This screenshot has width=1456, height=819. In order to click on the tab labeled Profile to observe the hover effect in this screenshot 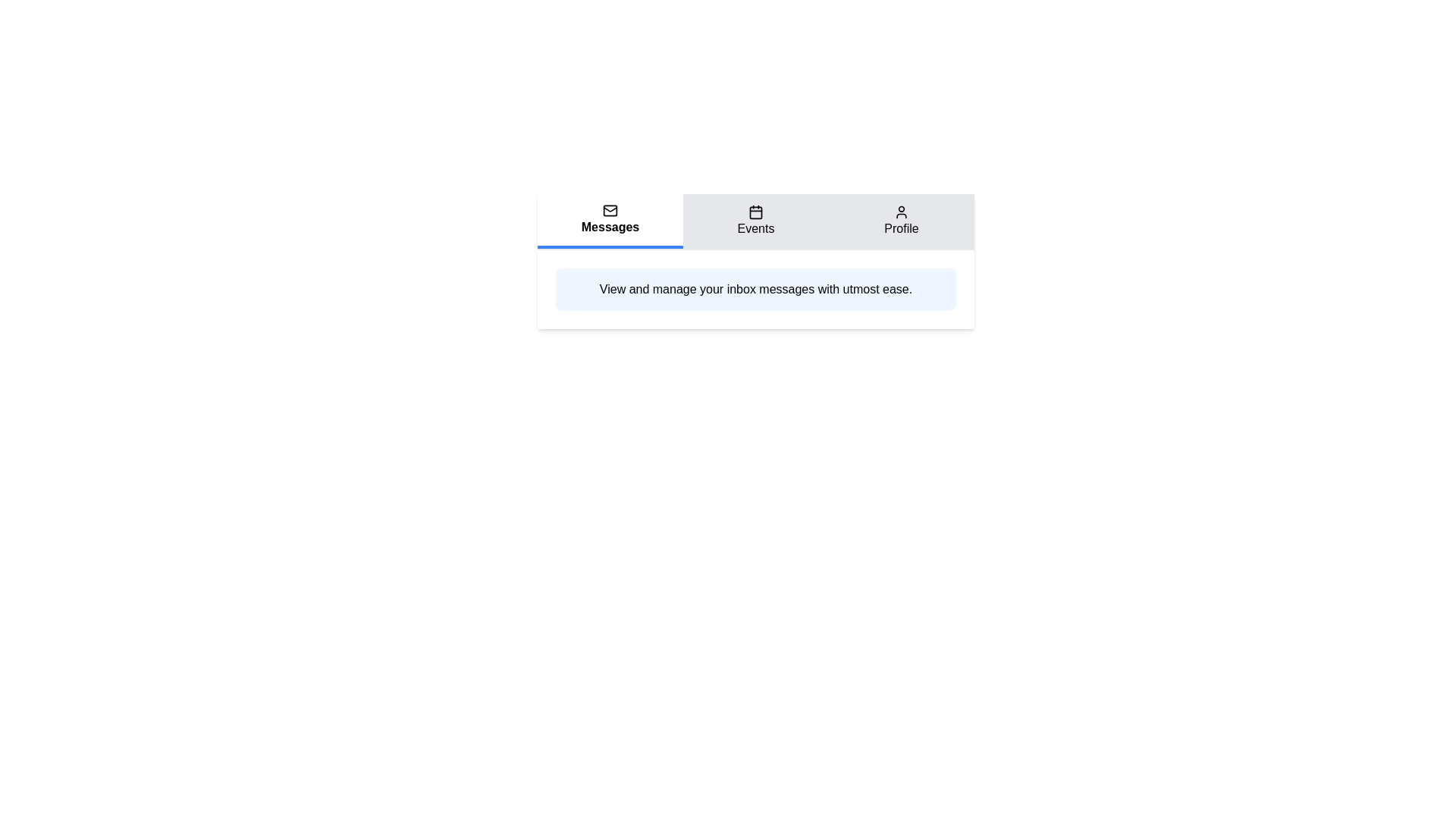, I will do `click(902, 221)`.